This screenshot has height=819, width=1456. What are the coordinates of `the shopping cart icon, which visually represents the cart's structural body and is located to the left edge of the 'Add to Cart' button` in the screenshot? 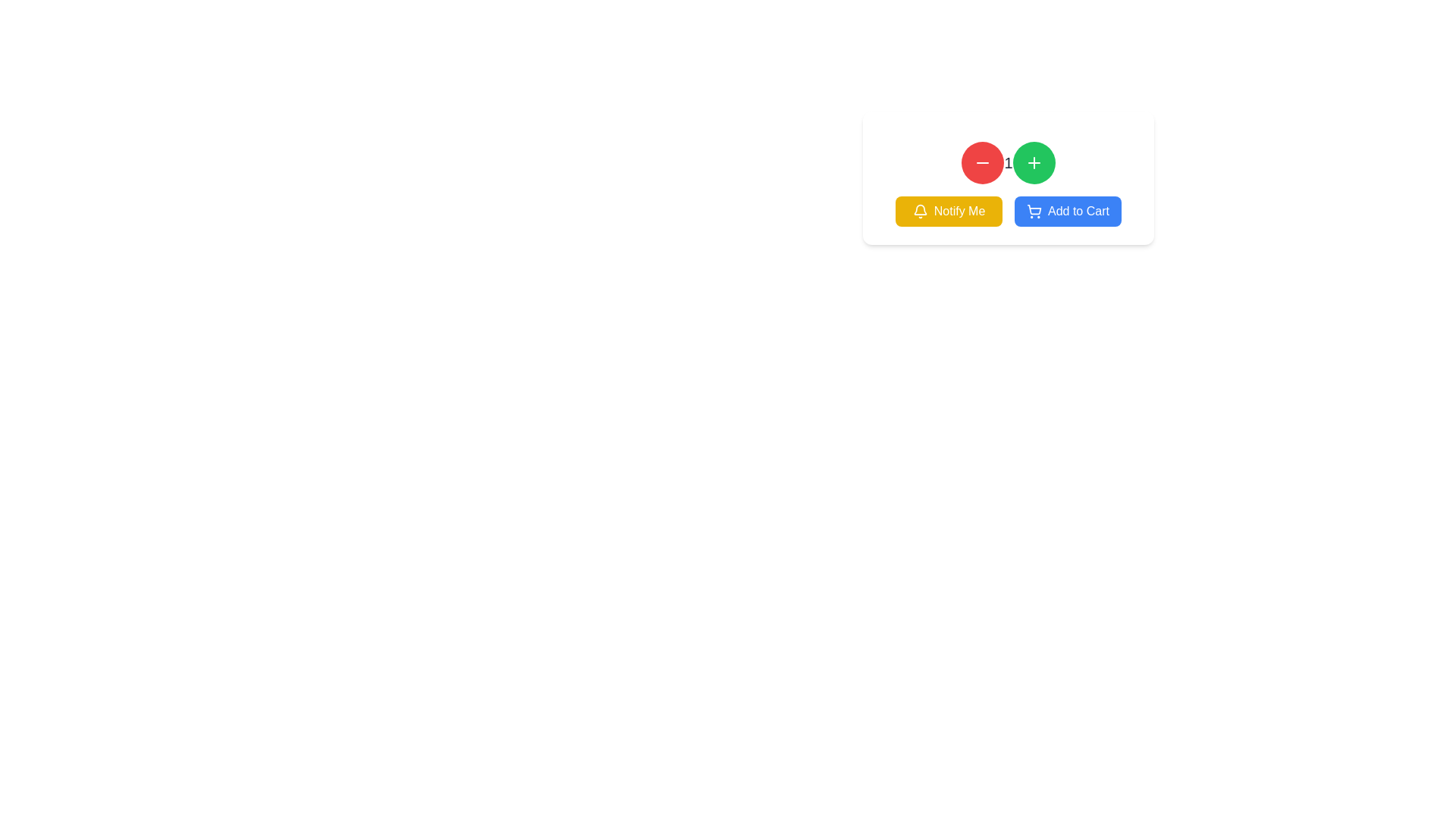 It's located at (1033, 209).